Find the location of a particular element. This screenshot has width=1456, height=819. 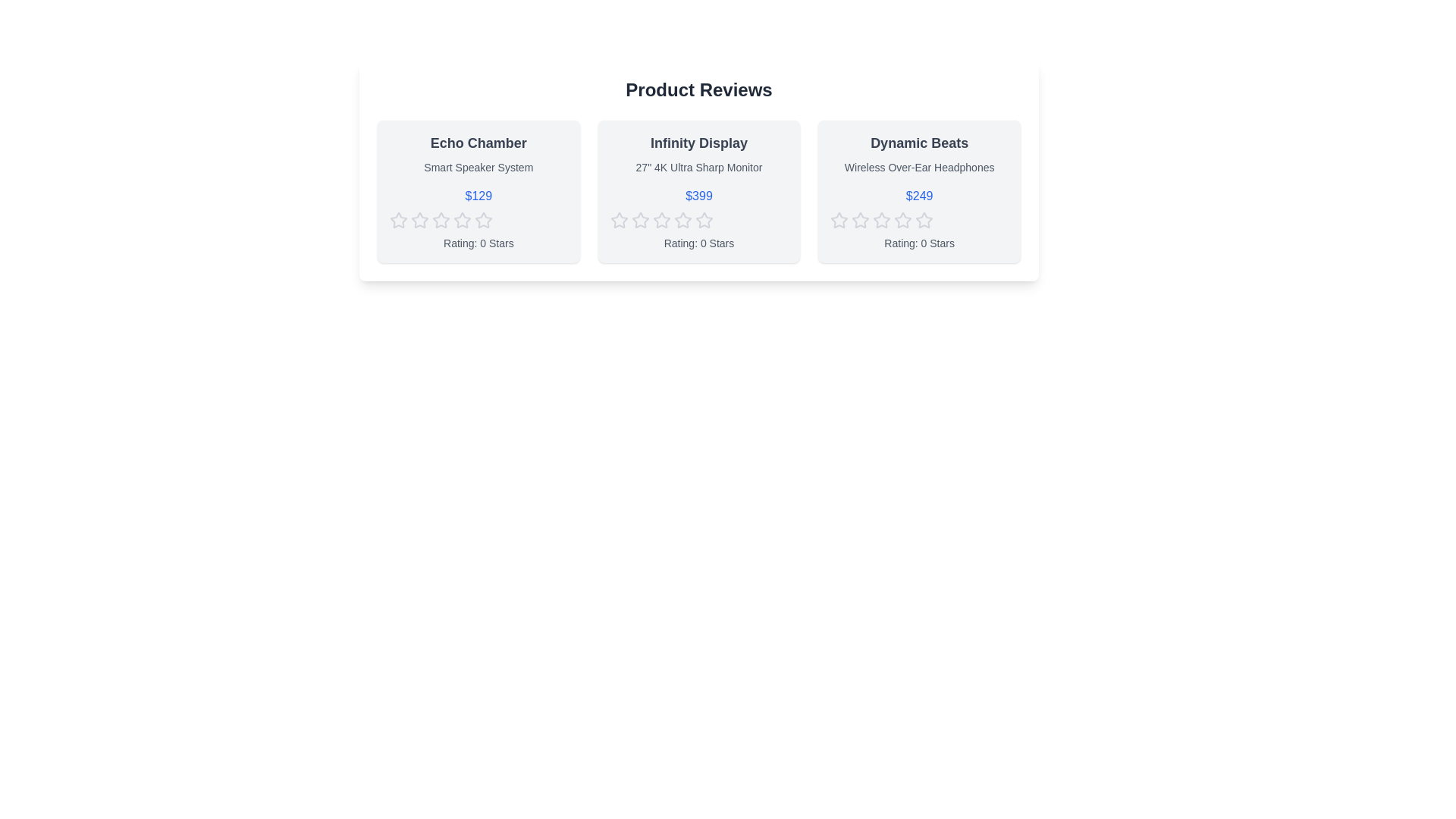

each star icon in the interactive rating stars component located under the price '$399' for the 'Infinity Display' product is located at coordinates (698, 220).